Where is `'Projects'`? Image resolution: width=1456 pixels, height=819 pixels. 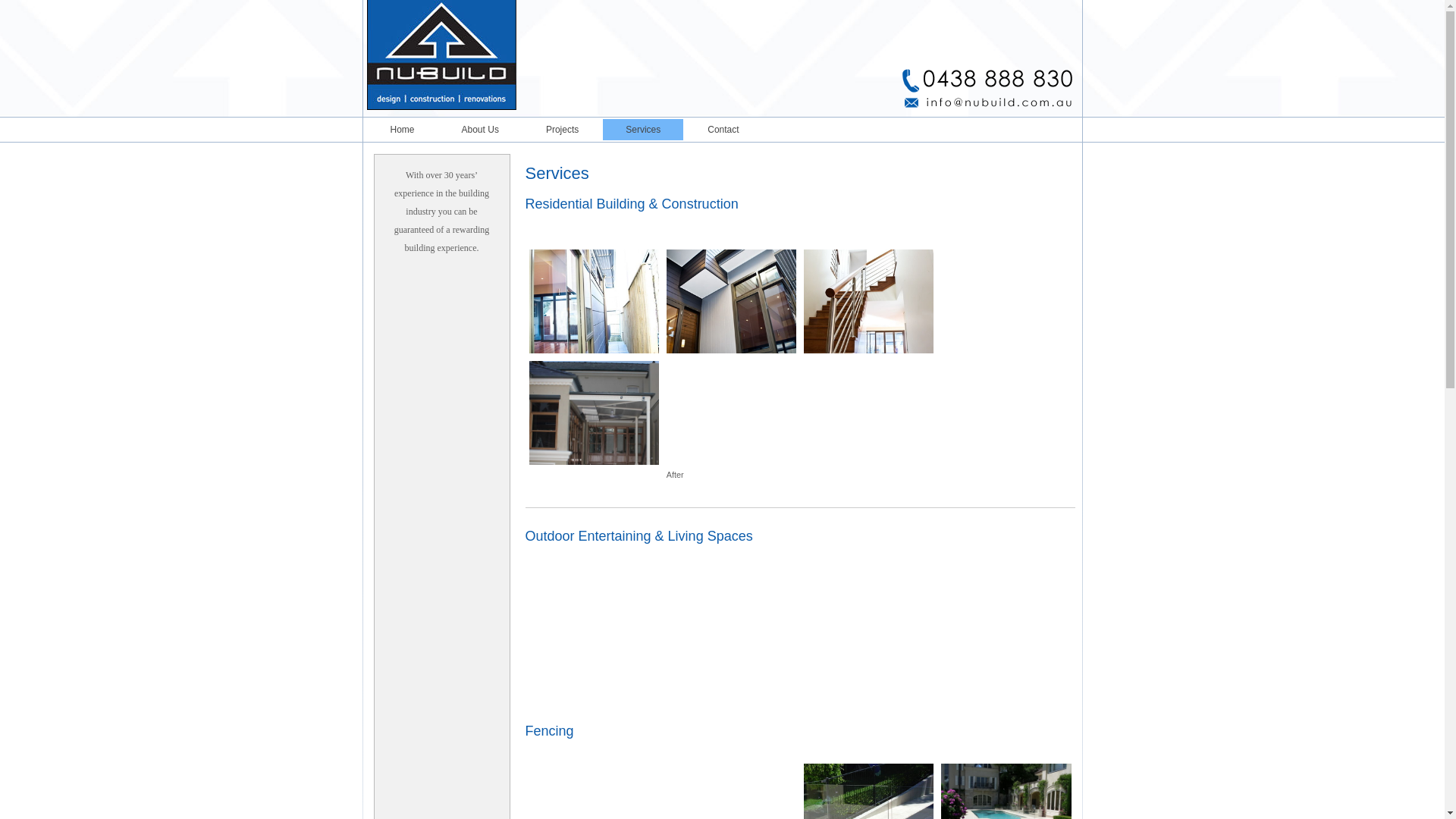
'Projects' is located at coordinates (561, 128).